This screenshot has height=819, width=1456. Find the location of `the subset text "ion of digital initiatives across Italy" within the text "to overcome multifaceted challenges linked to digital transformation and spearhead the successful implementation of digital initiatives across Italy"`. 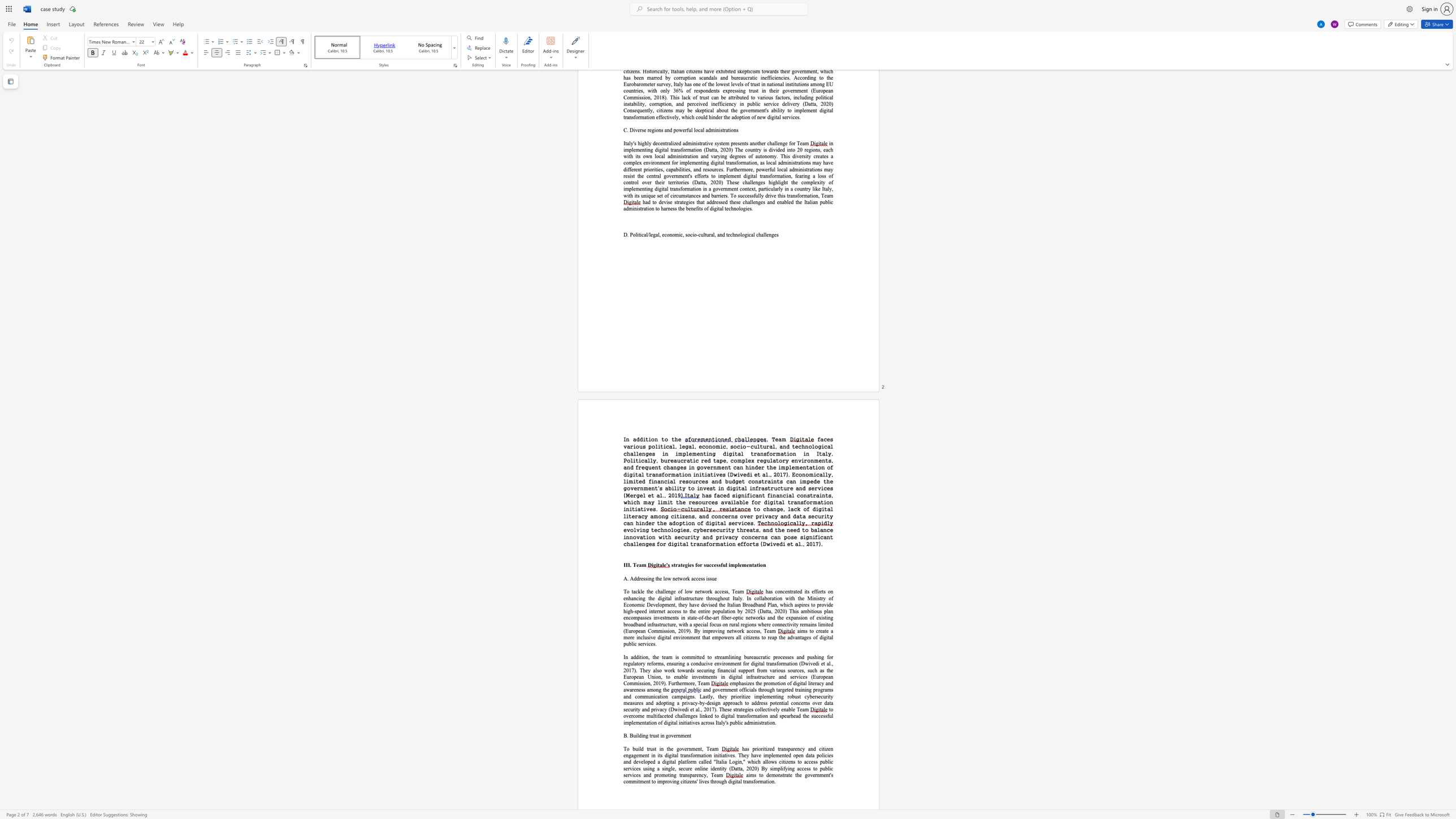

the subset text "ion of digital initiatives across Italy" within the text "to overcome multifaceted challenges linked to digital transformation and spearhead the successful implementation of digital initiatives across Italy" is located at coordinates (649, 722).